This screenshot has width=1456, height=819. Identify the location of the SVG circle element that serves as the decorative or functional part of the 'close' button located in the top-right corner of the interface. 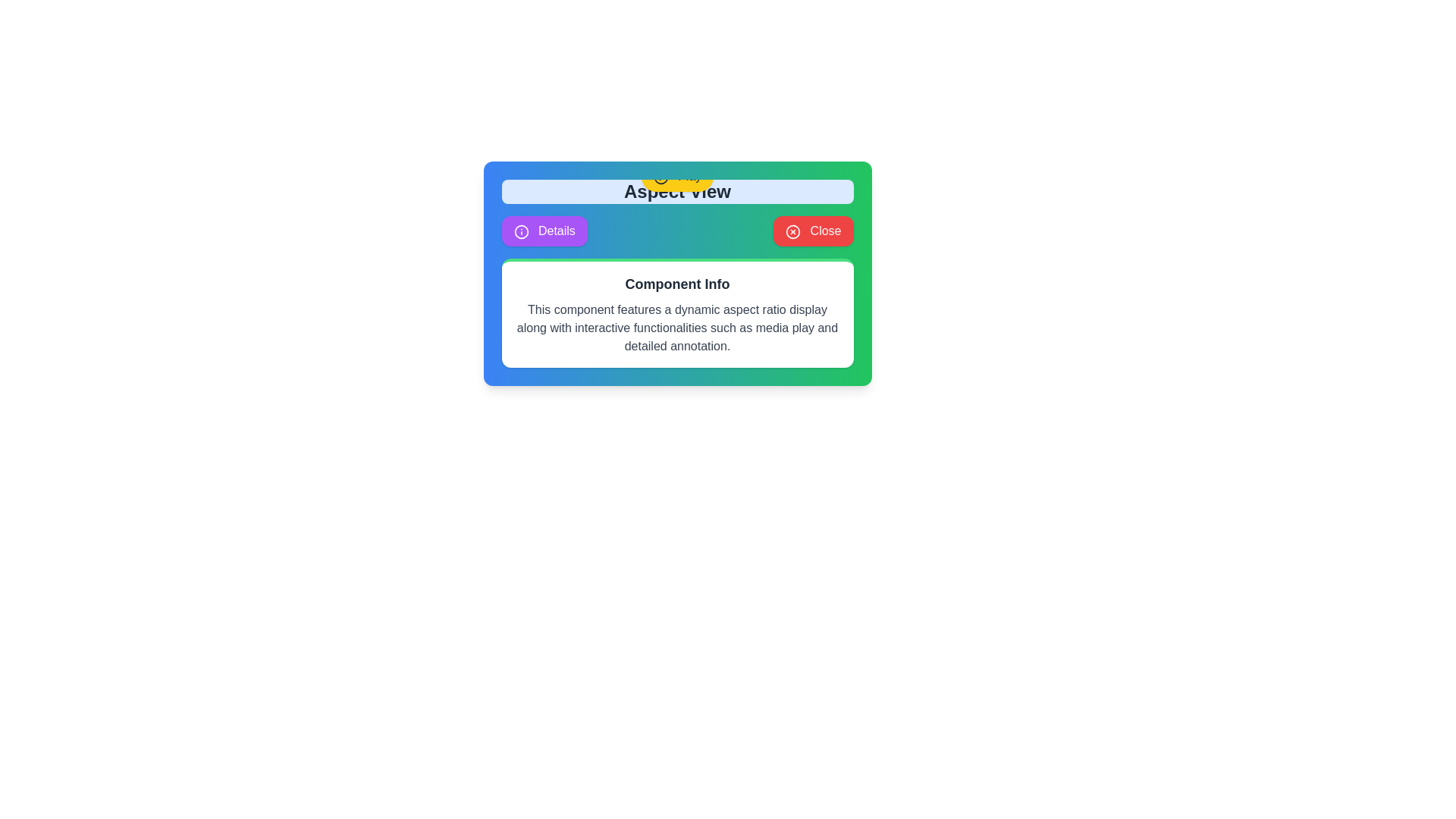
(792, 231).